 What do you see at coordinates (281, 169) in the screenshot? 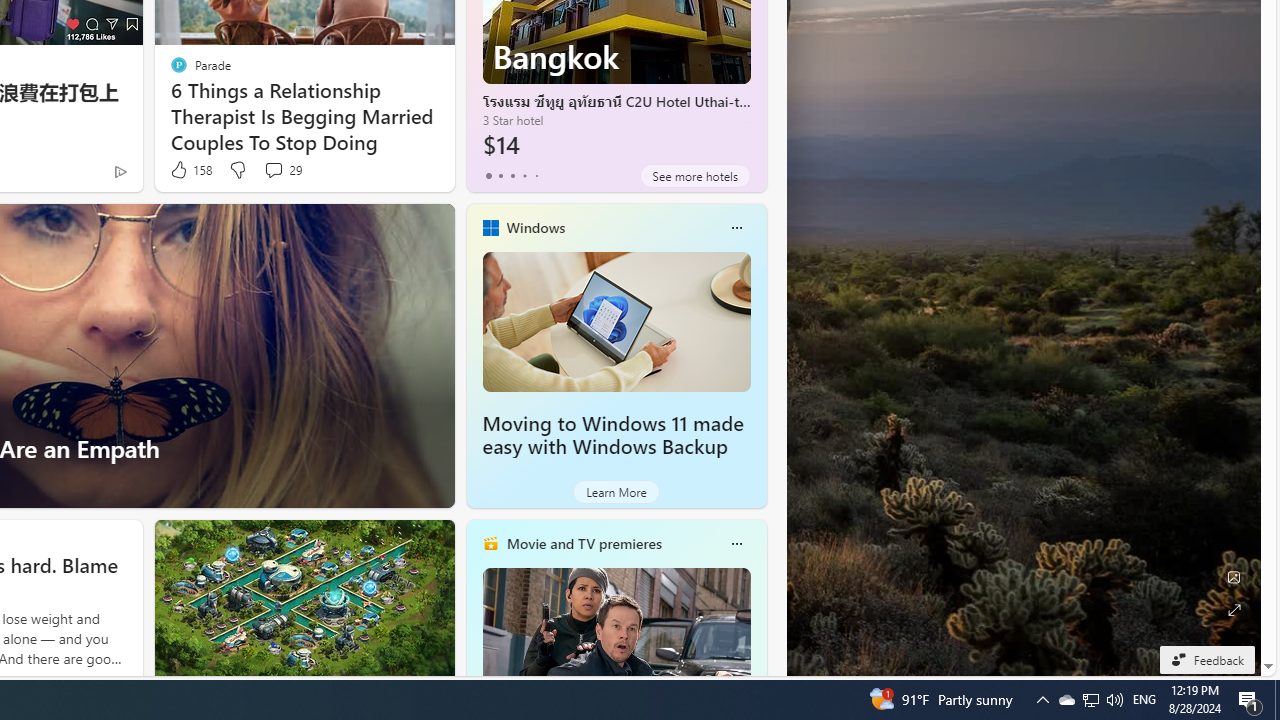
I see `'View comments 29 Comment'` at bounding box center [281, 169].